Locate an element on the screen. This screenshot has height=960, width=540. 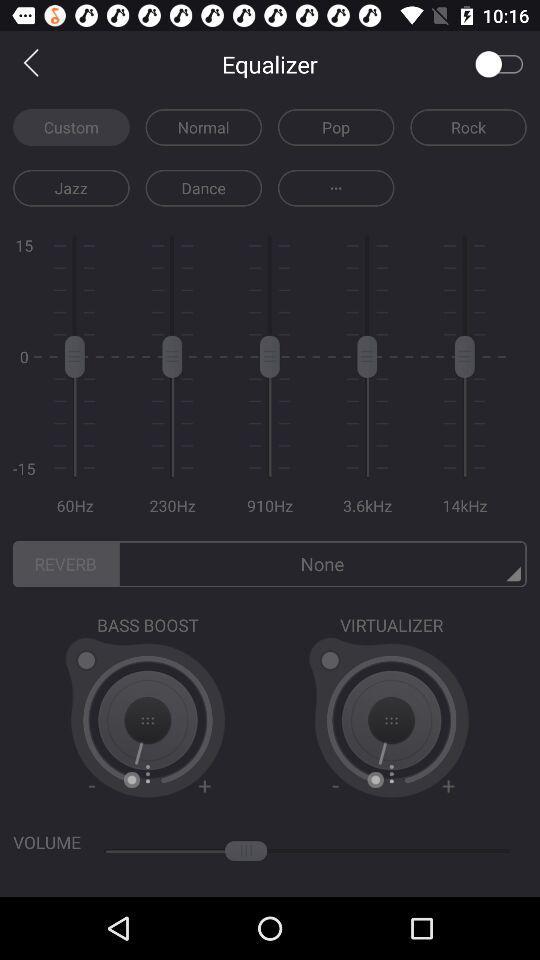
the add icon is located at coordinates (391, 770).